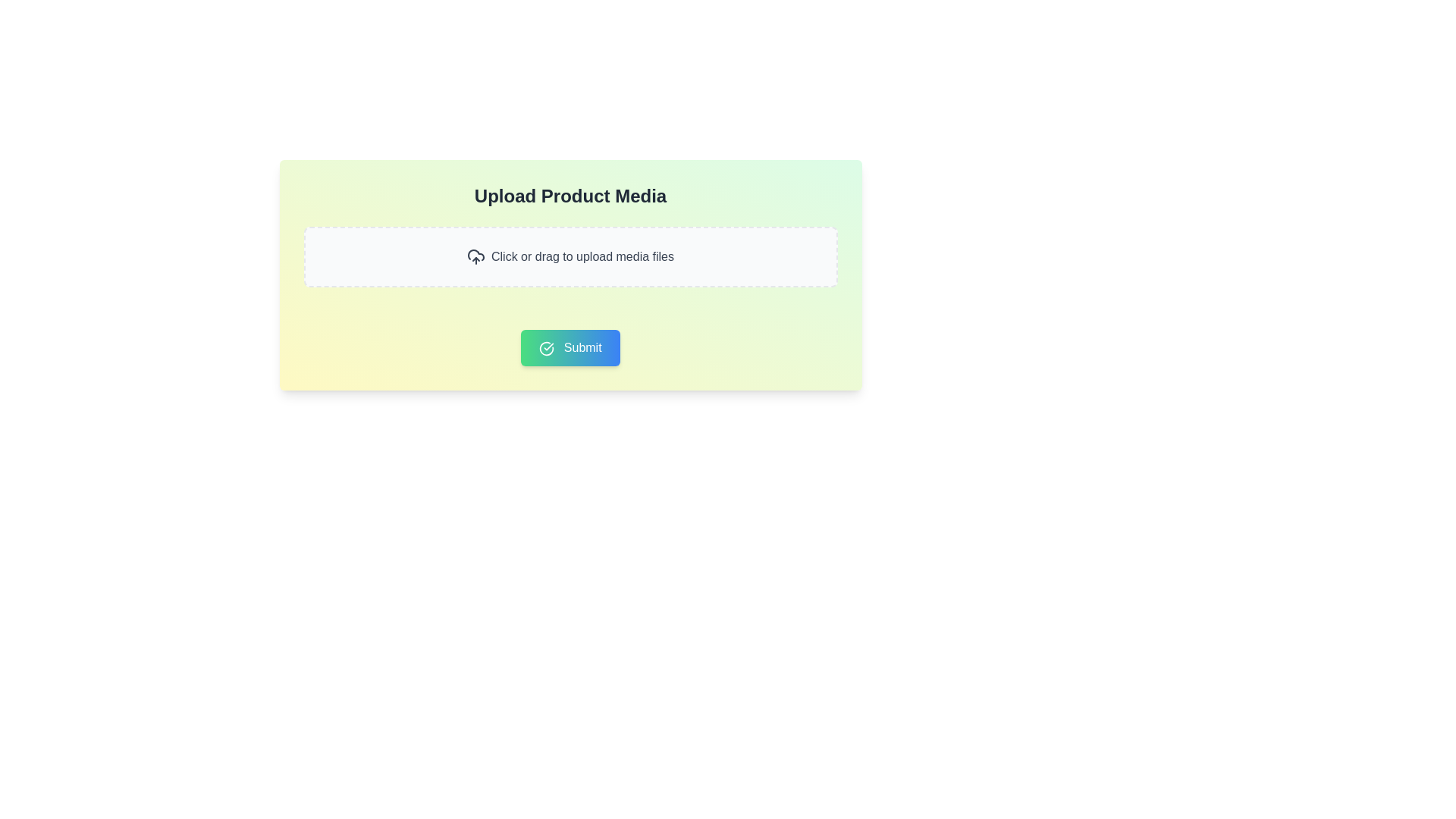  I want to click on the file upload area, so click(570, 256).